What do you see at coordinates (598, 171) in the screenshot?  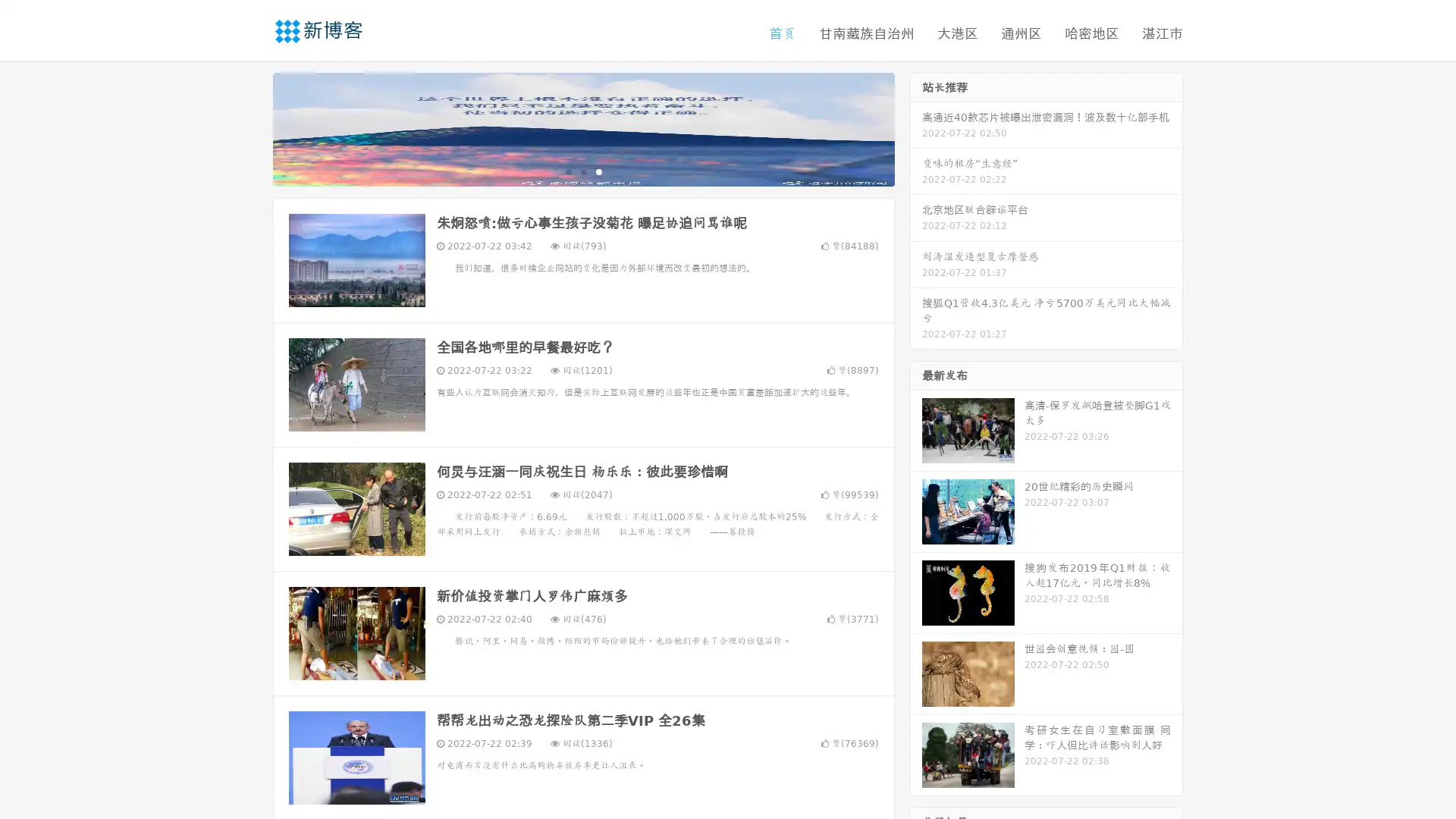 I see `Go to slide 3` at bounding box center [598, 171].